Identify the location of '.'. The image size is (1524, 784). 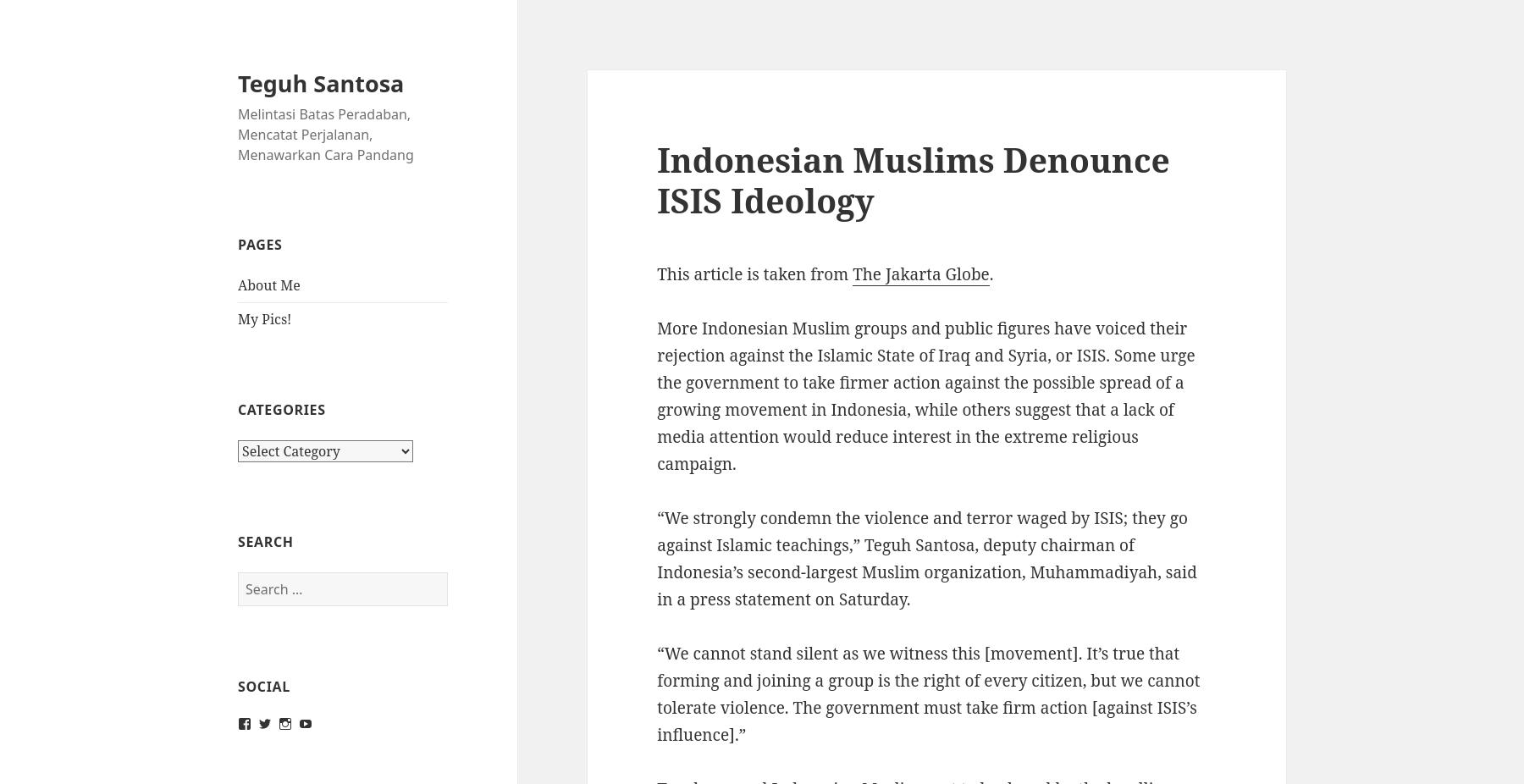
(990, 274).